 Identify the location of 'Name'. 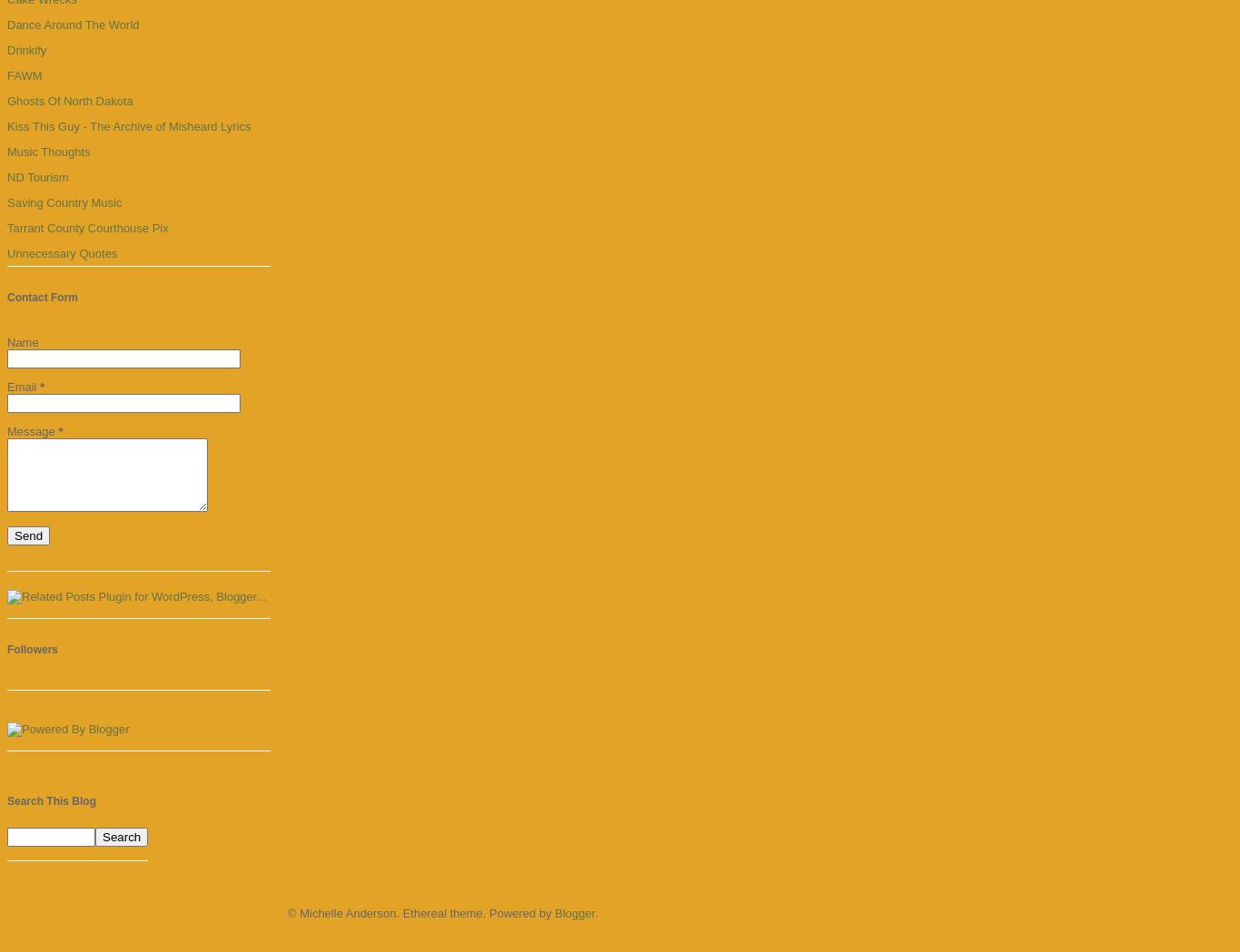
(22, 342).